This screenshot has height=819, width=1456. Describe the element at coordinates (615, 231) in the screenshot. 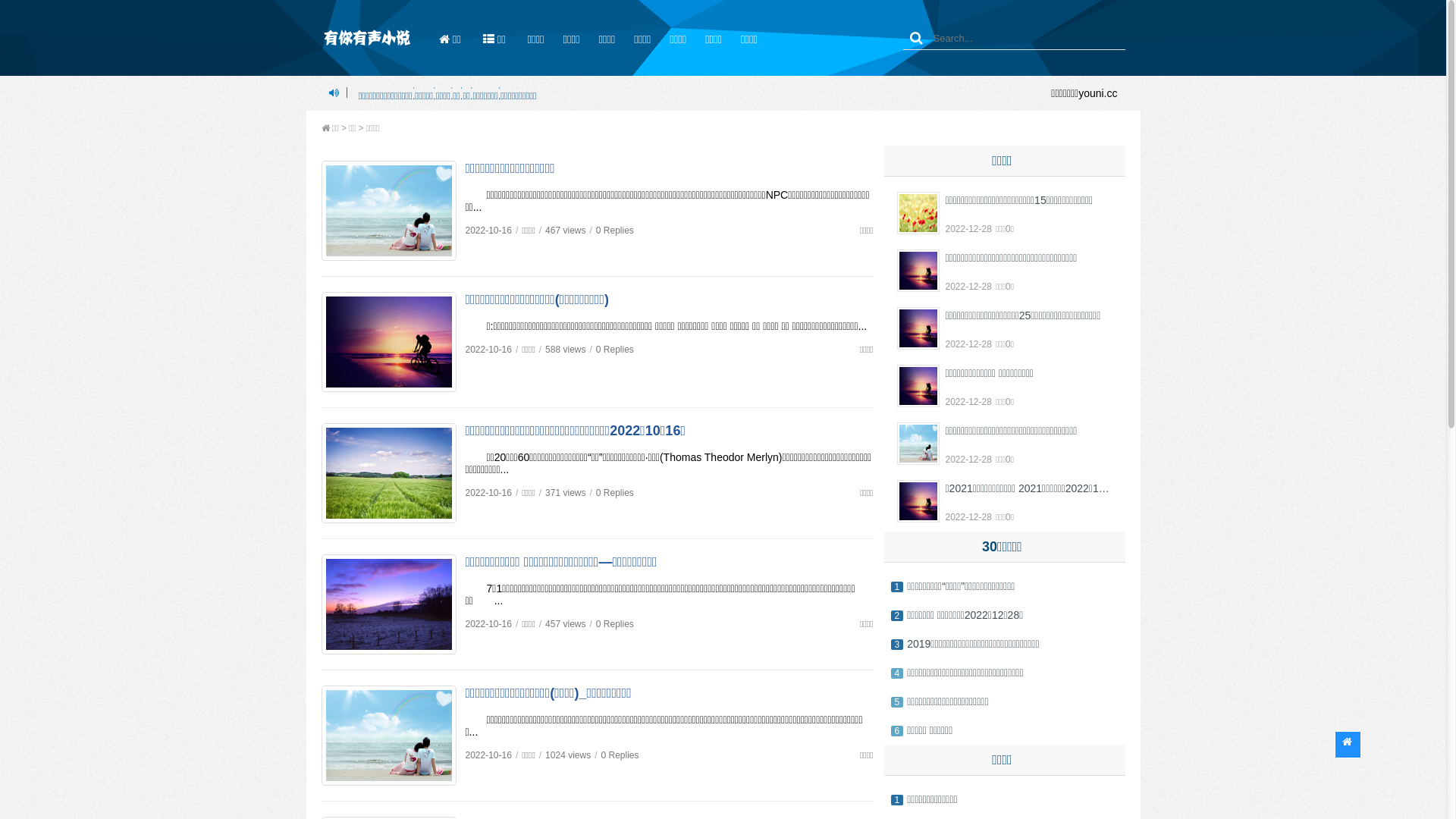

I see `'0 Replies'` at that location.